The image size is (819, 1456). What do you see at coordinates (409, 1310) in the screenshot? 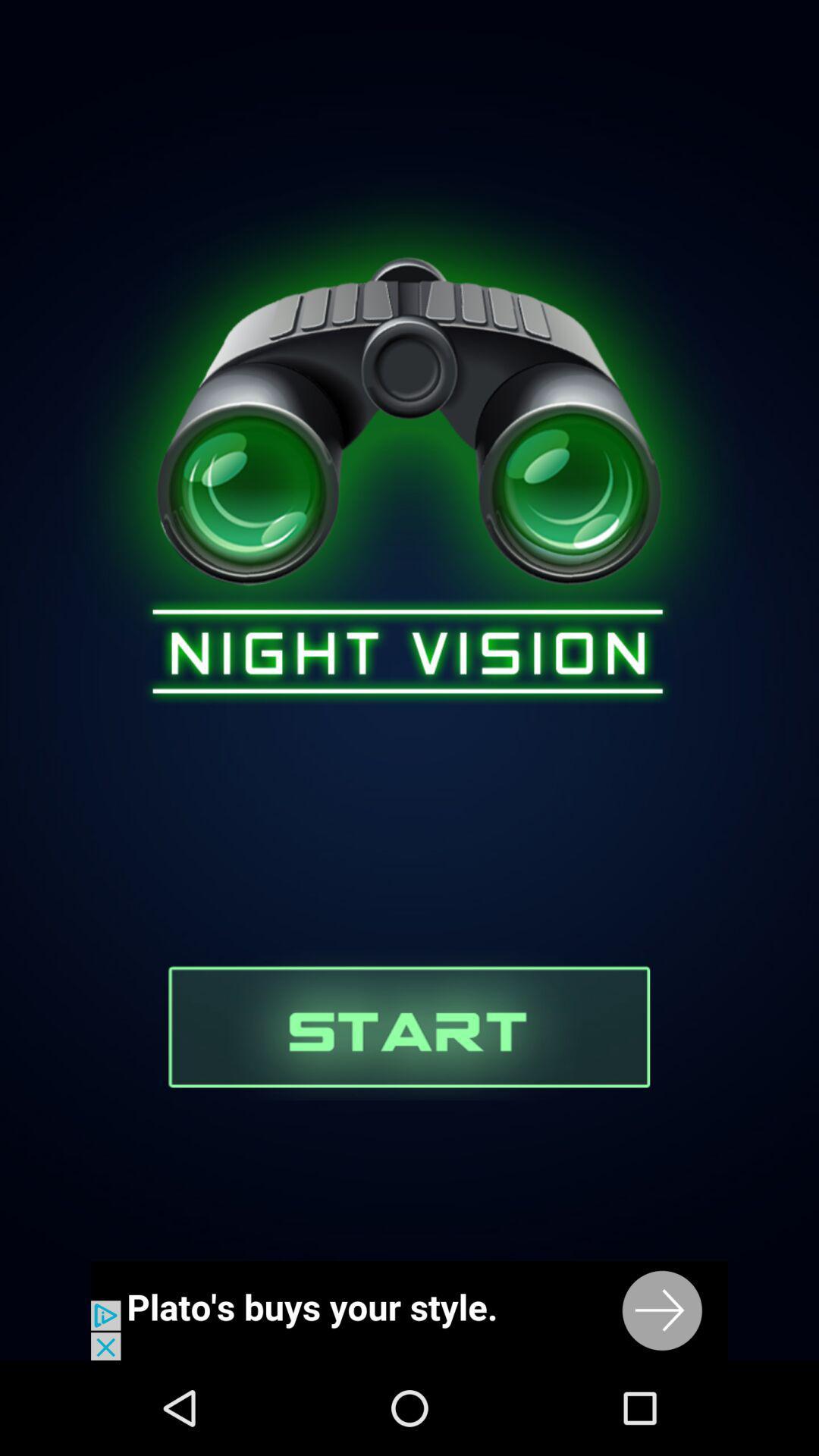
I see `for binoculars` at bounding box center [409, 1310].